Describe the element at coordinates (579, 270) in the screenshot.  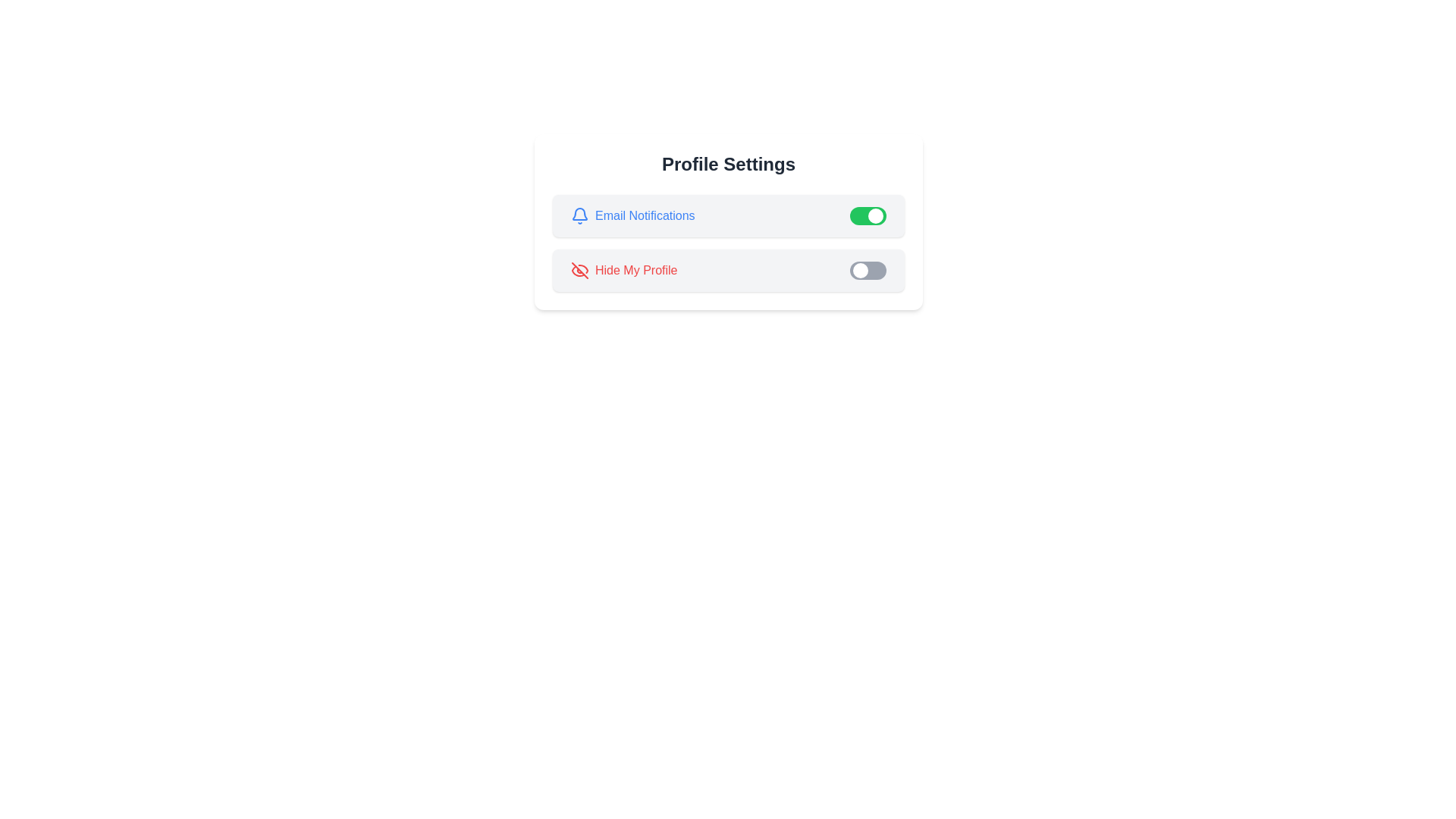
I see `the eye-off icon that symbolizes the action to hide or make the profile private, located before the text 'Hide My Profile'` at that location.